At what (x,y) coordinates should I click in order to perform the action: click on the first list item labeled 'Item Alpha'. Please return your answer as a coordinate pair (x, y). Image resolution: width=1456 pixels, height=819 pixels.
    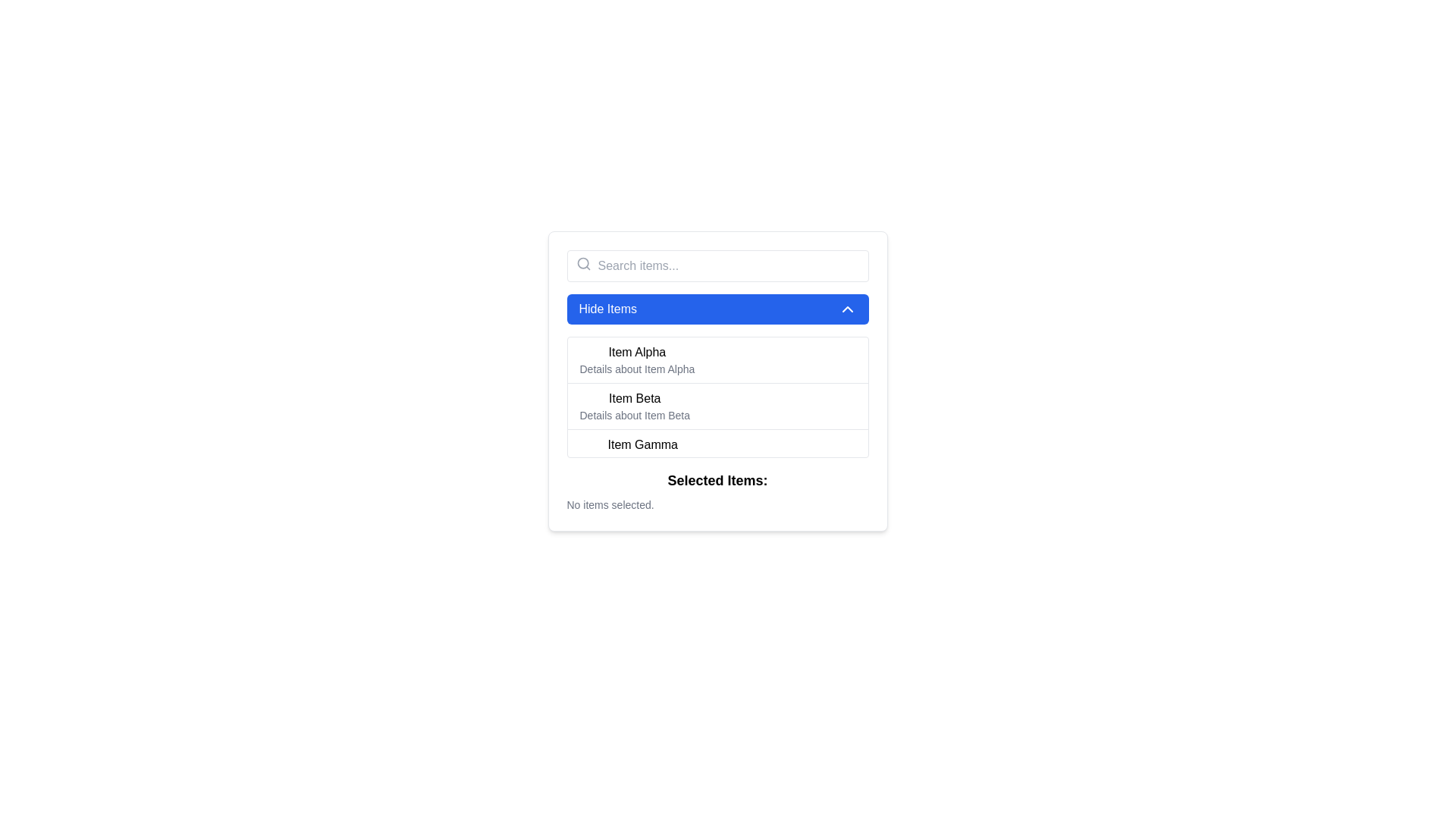
    Looking at the image, I should click on (637, 359).